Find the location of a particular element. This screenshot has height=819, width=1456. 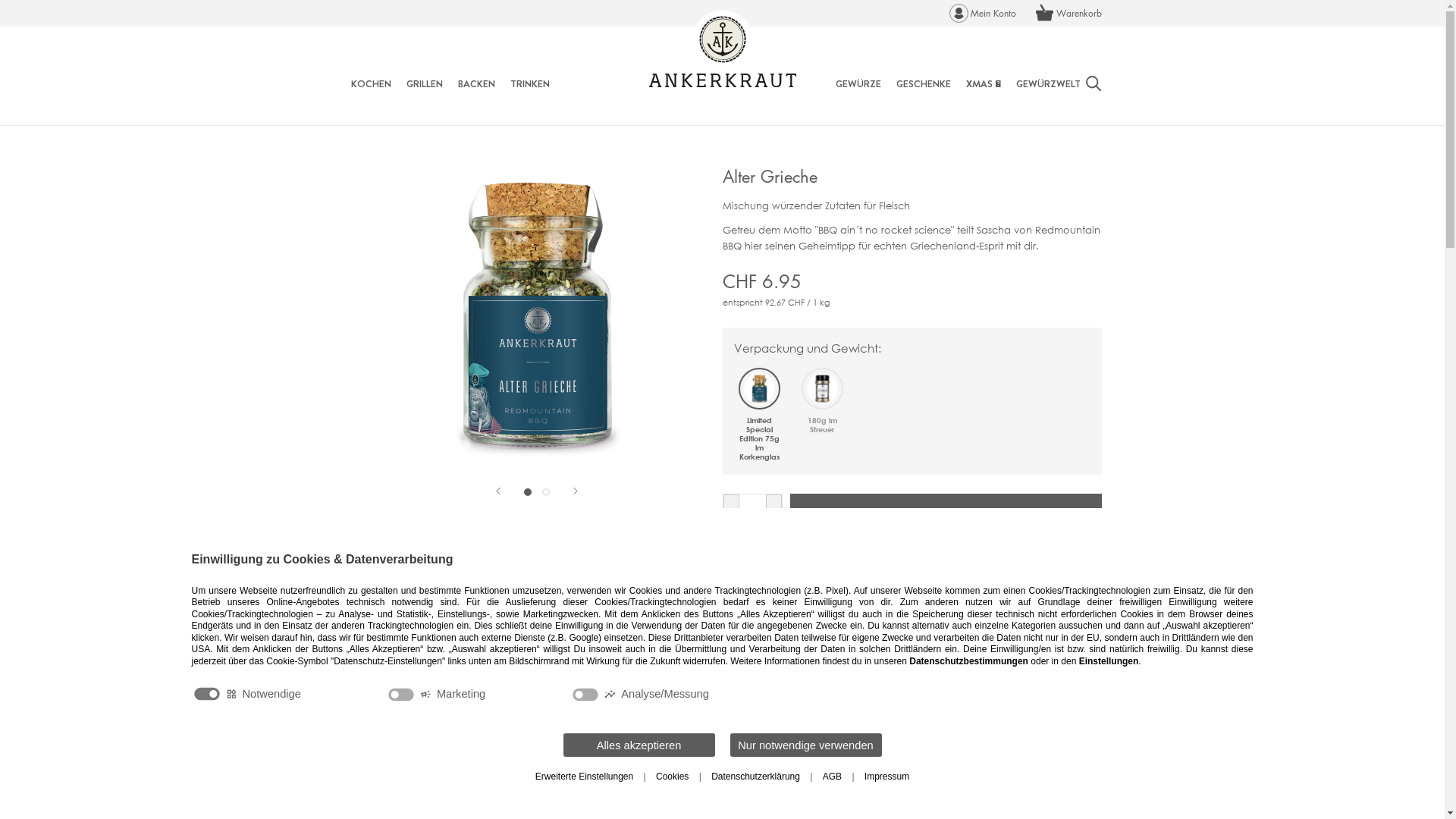

'Erweiterte Einstellungen' is located at coordinates (528, 776).